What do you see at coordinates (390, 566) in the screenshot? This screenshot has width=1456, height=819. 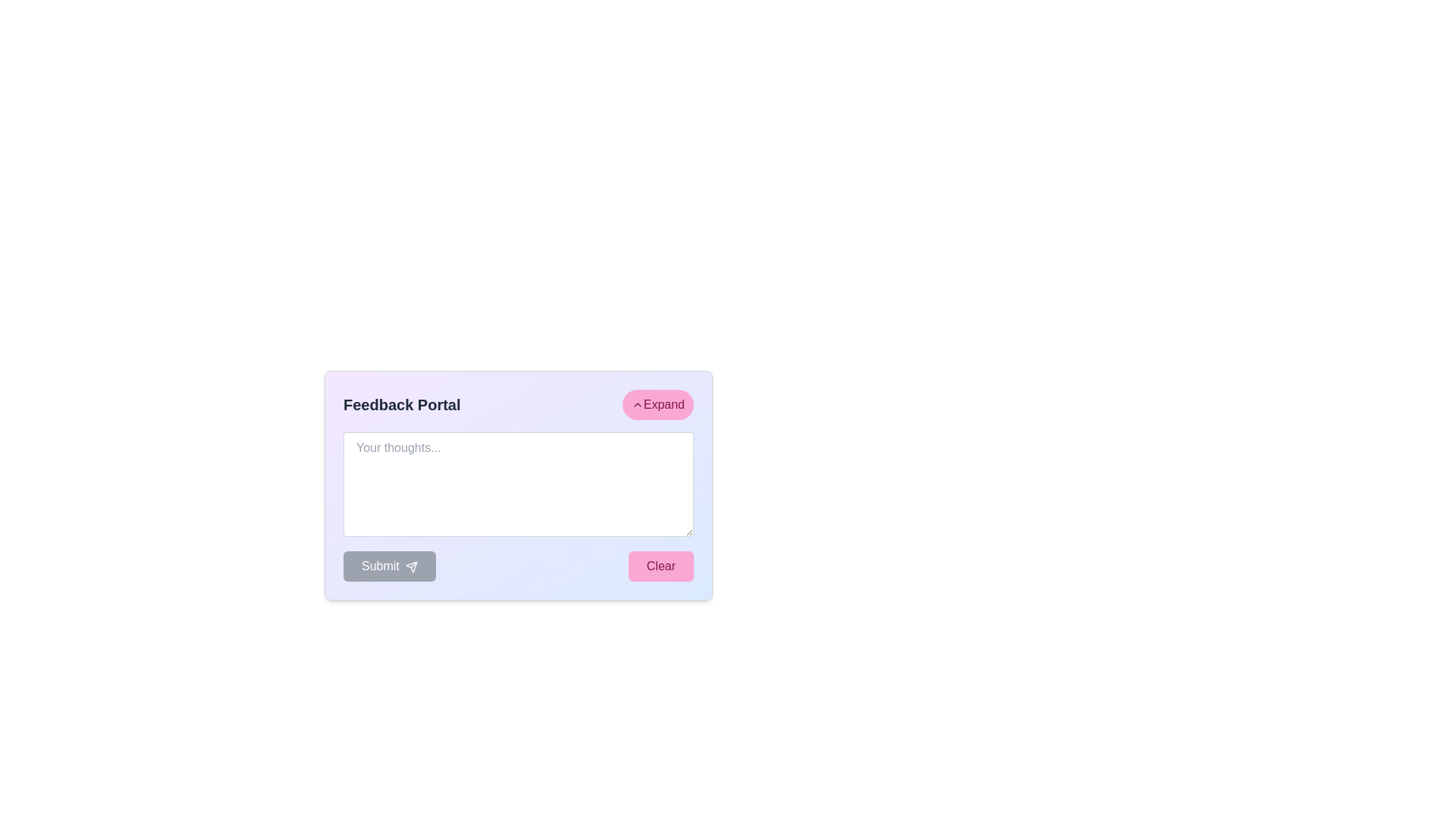 I see `the 'Submit' button, which is a rectangular button with rounded corners, gray background, and white text, to observe any hover effect` at bounding box center [390, 566].